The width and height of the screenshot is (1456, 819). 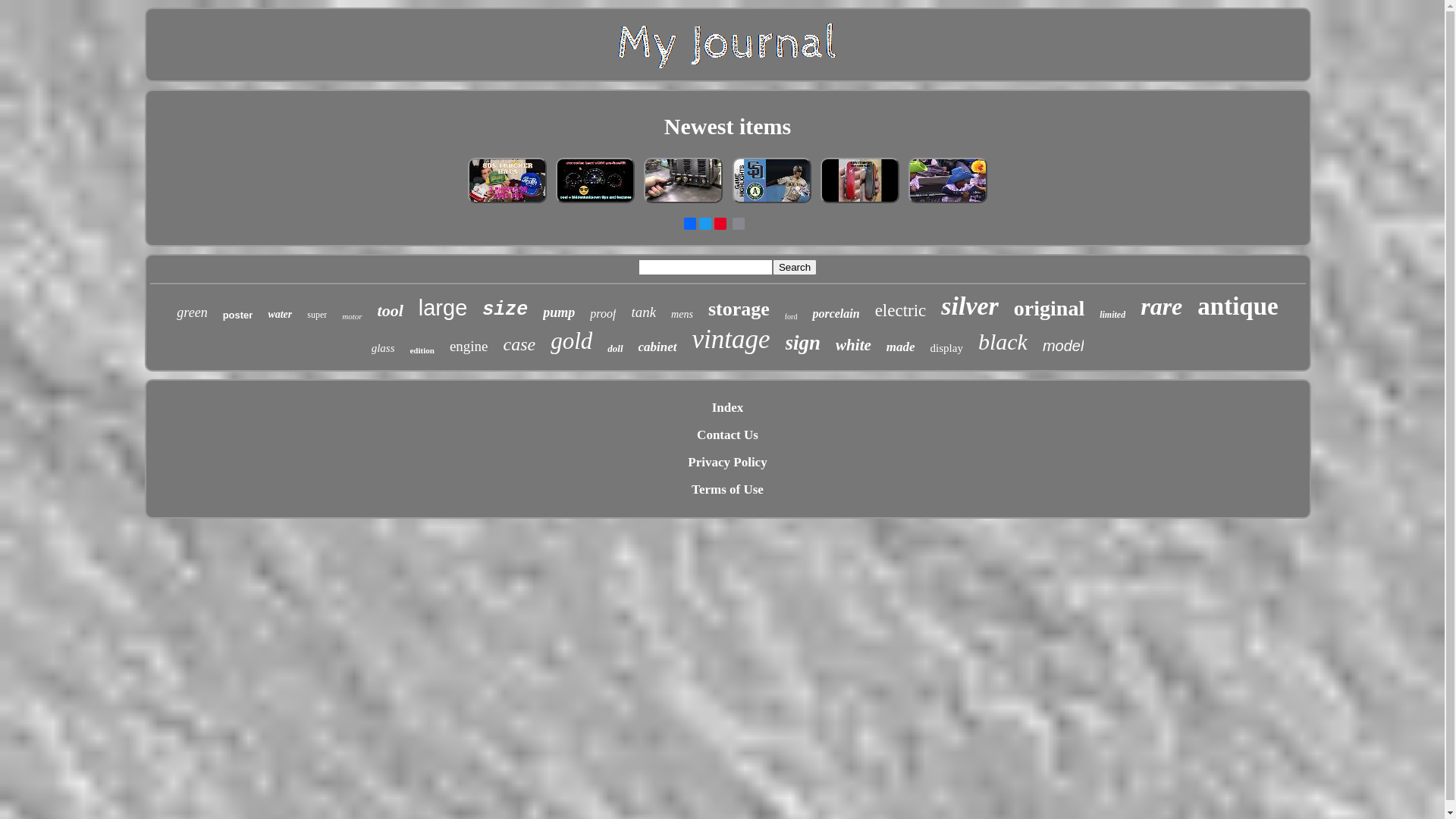 What do you see at coordinates (643, 312) in the screenshot?
I see `'tank'` at bounding box center [643, 312].